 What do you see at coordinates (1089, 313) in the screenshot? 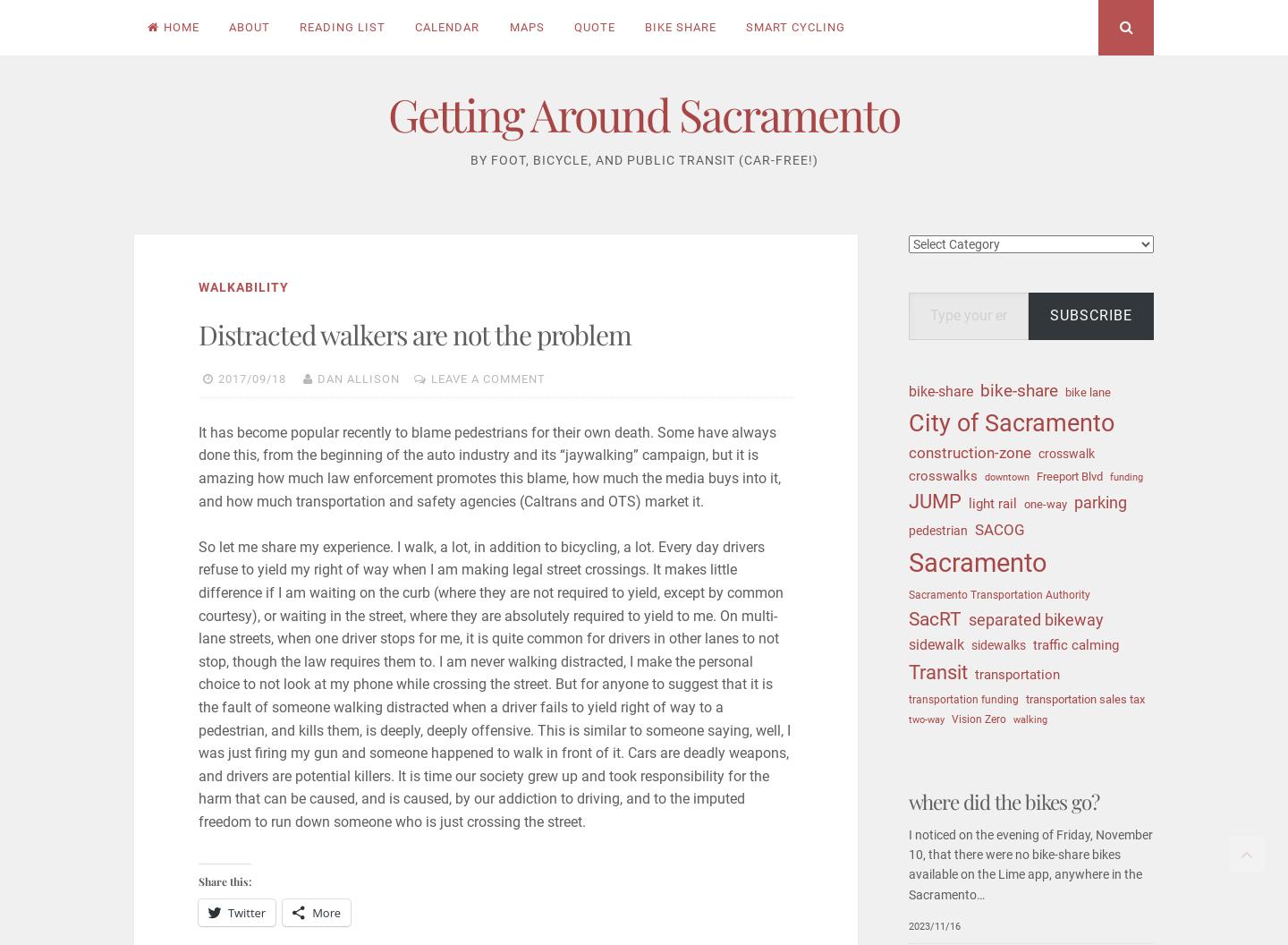
I see `'Subscribe'` at bounding box center [1089, 313].